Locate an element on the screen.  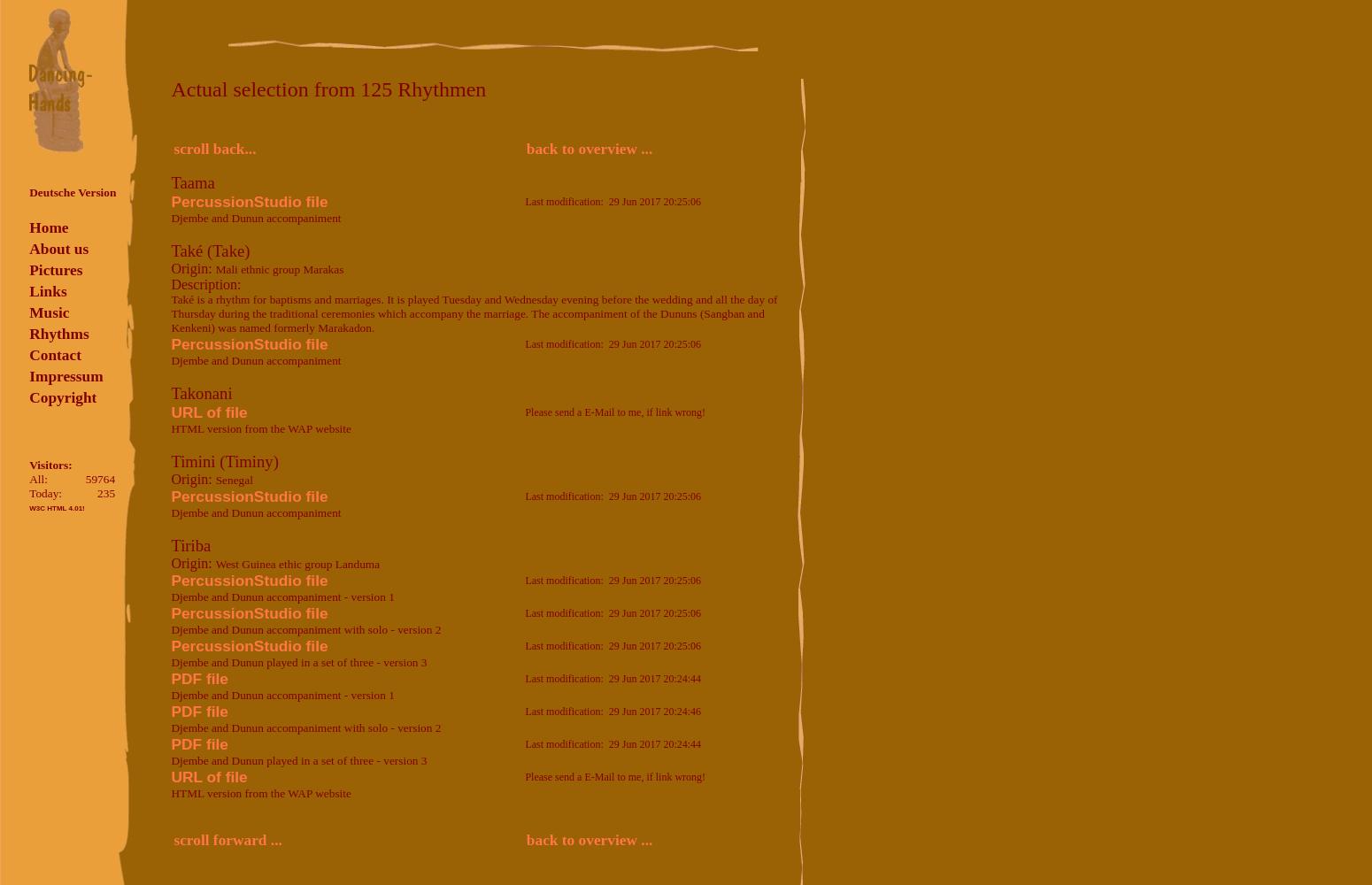
'Music' is located at coordinates (48, 312).